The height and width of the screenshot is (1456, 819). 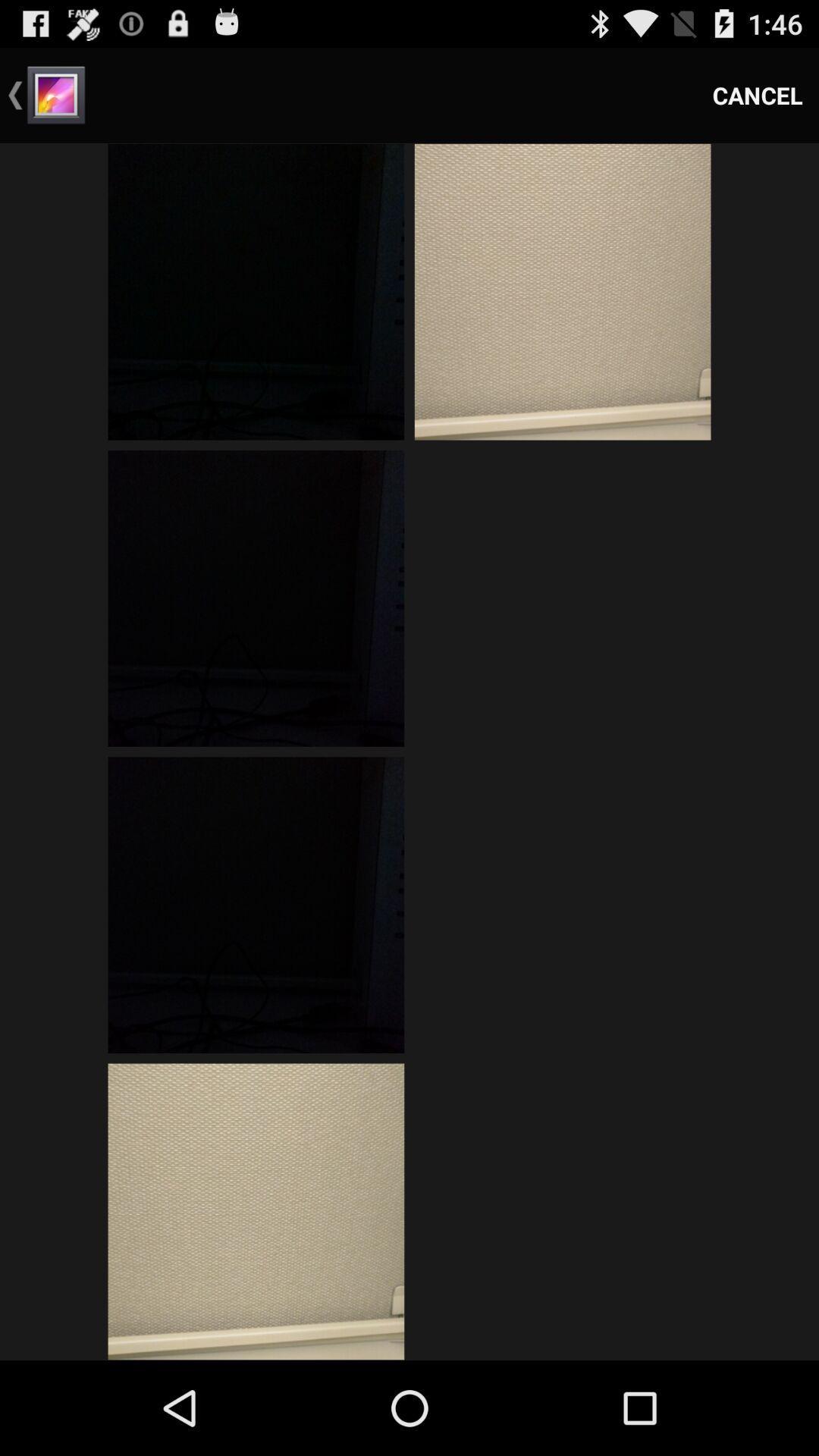 What do you see at coordinates (758, 94) in the screenshot?
I see `icon at the top right corner` at bounding box center [758, 94].